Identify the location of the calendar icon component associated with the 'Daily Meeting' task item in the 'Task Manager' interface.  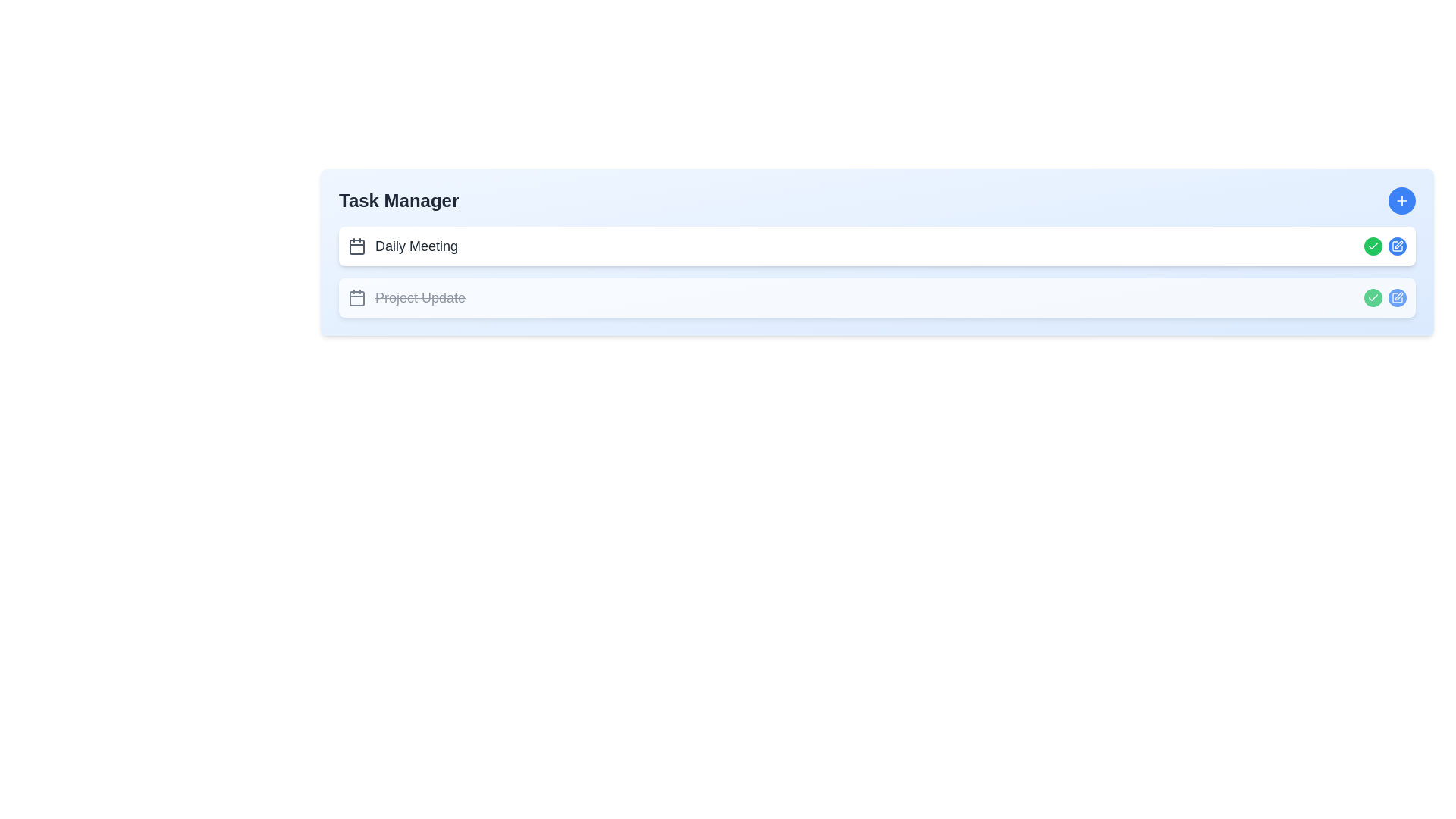
(356, 246).